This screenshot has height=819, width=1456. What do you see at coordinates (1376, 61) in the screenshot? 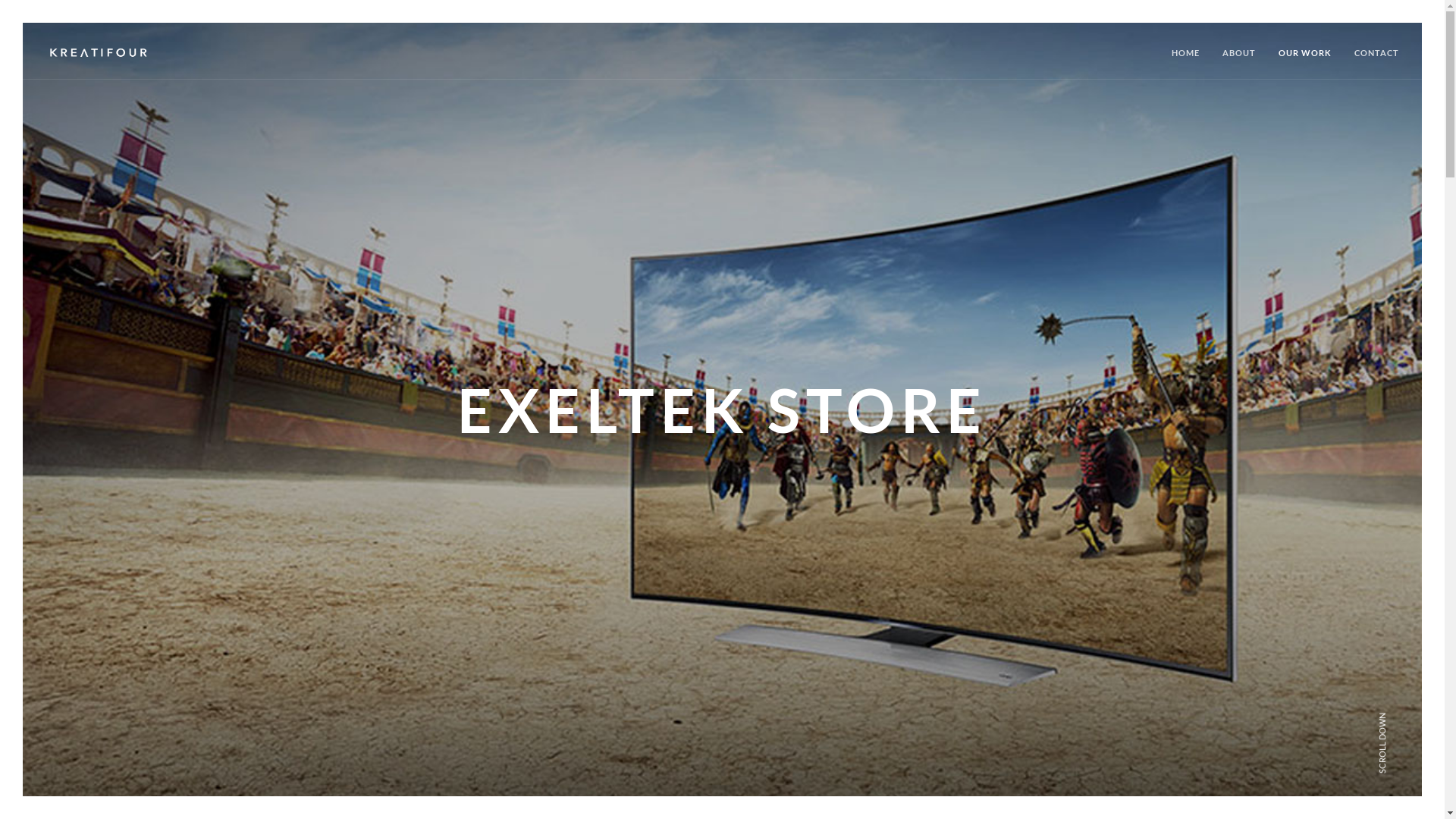
I see `'CONTACT'` at bounding box center [1376, 61].